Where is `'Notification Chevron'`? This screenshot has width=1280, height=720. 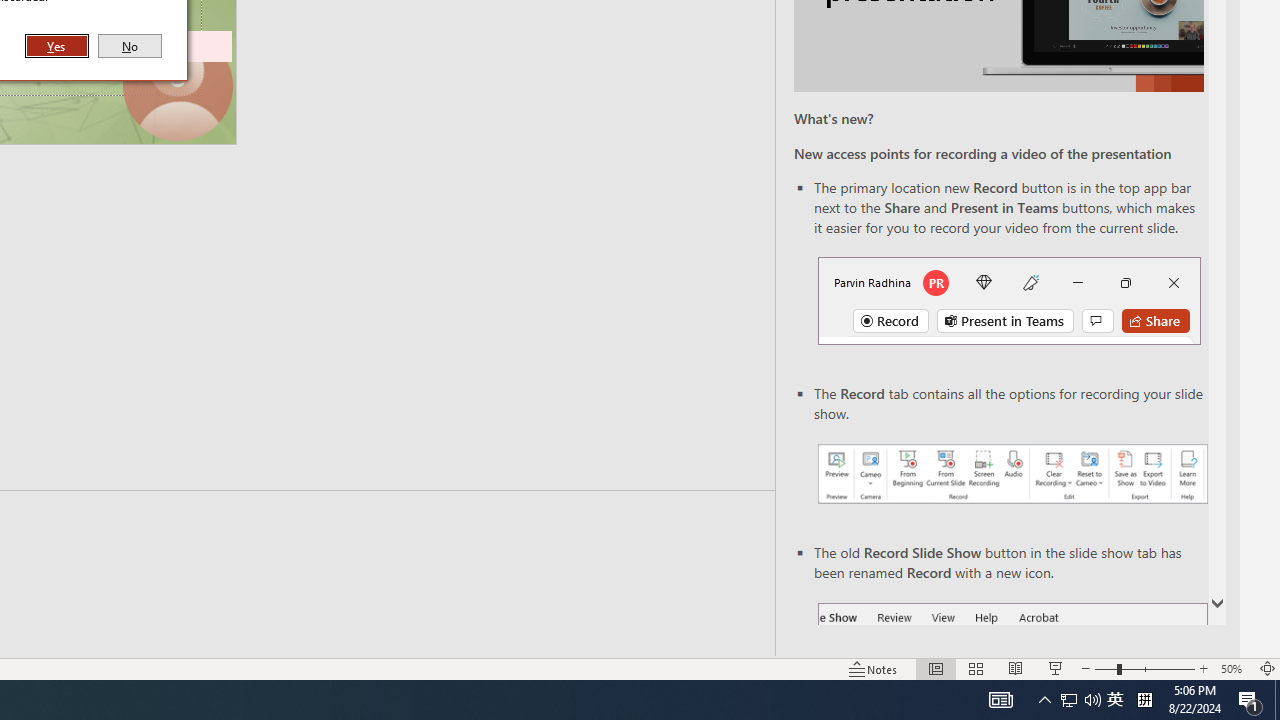 'Notification Chevron' is located at coordinates (1044, 698).